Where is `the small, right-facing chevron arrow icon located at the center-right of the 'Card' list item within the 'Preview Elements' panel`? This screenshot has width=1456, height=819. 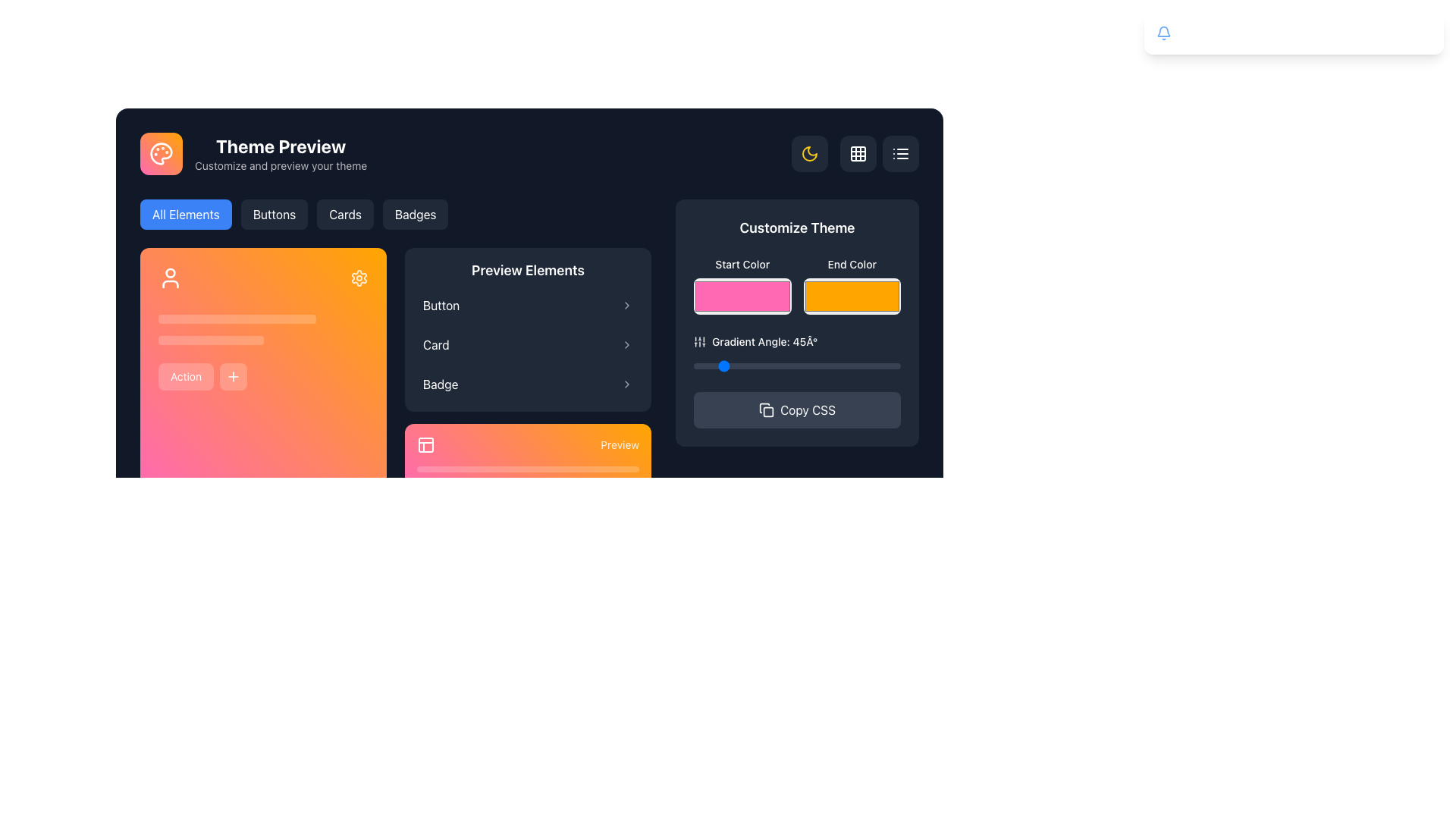
the small, right-facing chevron arrow icon located at the center-right of the 'Card' list item within the 'Preview Elements' panel is located at coordinates (626, 345).